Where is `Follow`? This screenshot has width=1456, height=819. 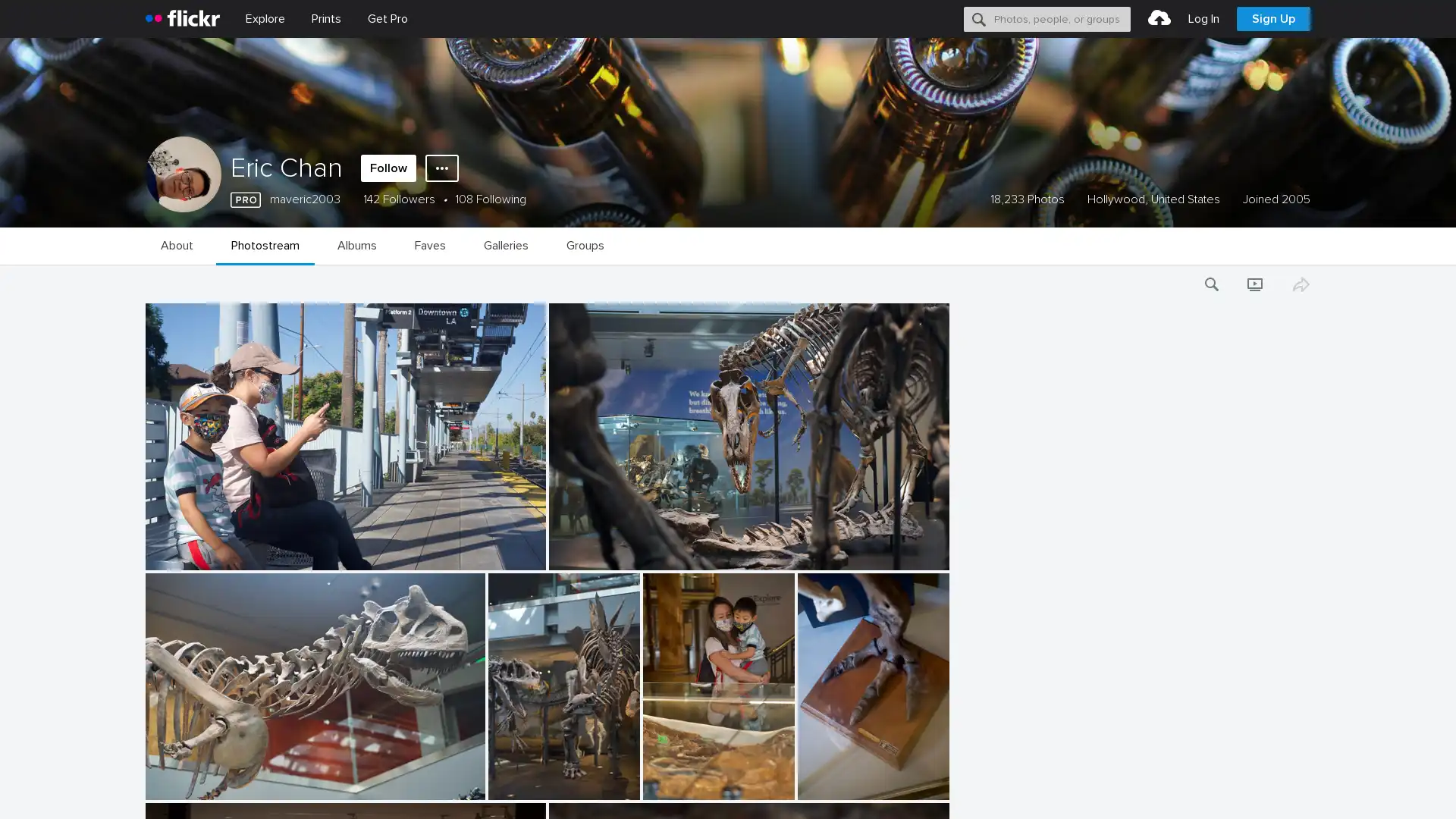
Follow is located at coordinates (388, 168).